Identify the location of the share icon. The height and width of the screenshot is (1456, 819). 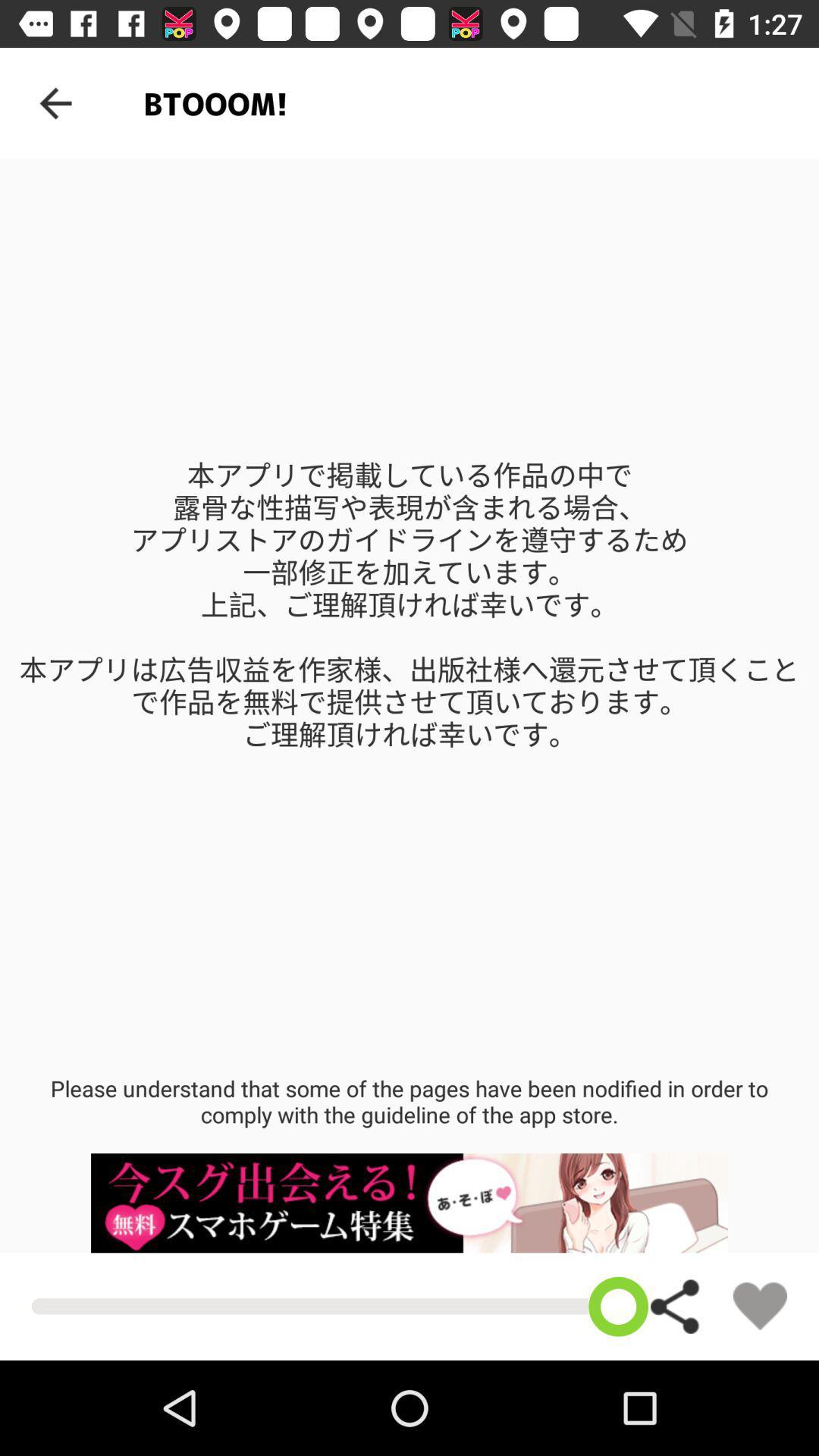
(675, 1306).